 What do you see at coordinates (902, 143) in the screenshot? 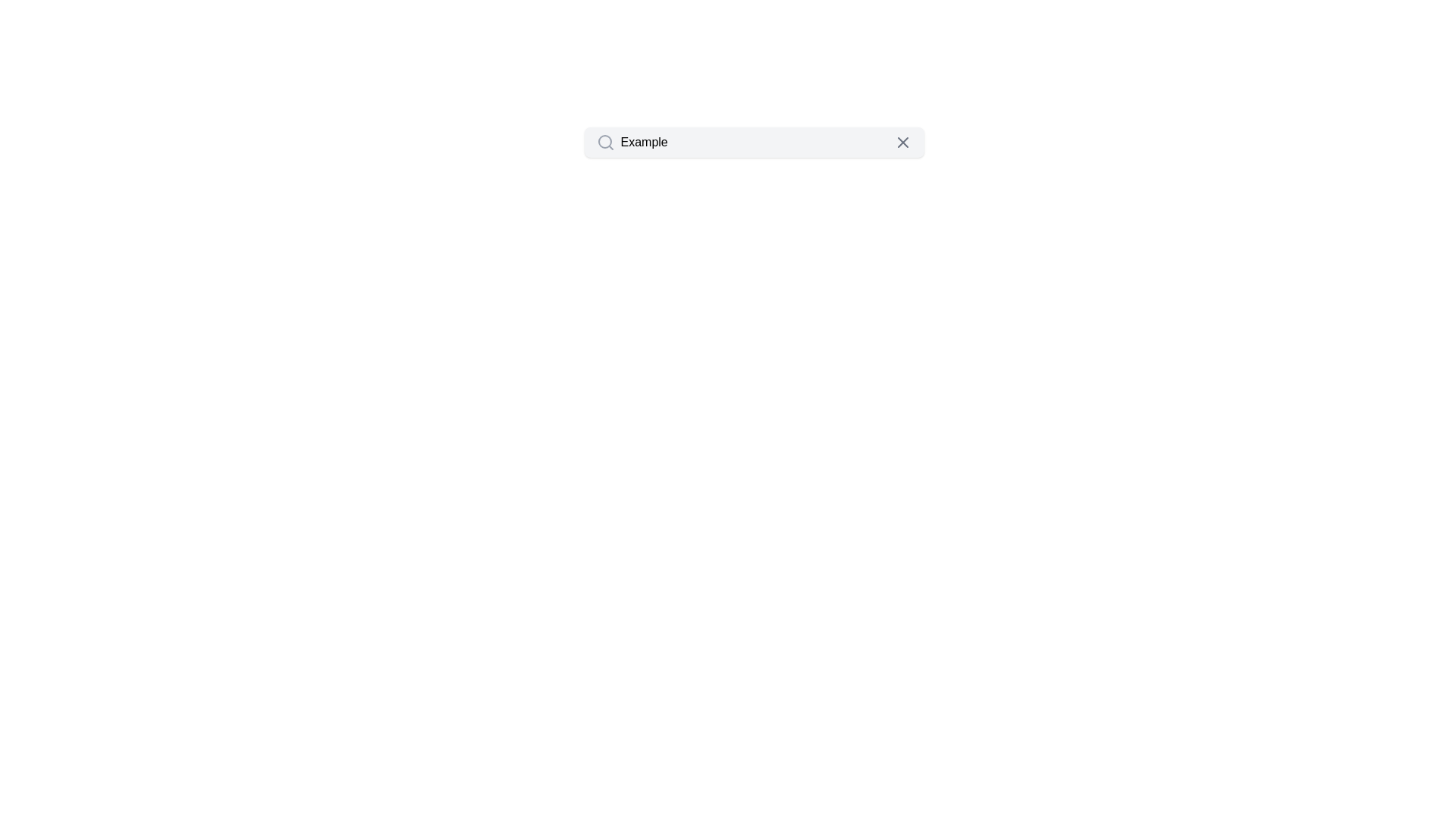
I see `the gray 'X' close button located at the far right end of the search bar to clear the input field` at bounding box center [902, 143].